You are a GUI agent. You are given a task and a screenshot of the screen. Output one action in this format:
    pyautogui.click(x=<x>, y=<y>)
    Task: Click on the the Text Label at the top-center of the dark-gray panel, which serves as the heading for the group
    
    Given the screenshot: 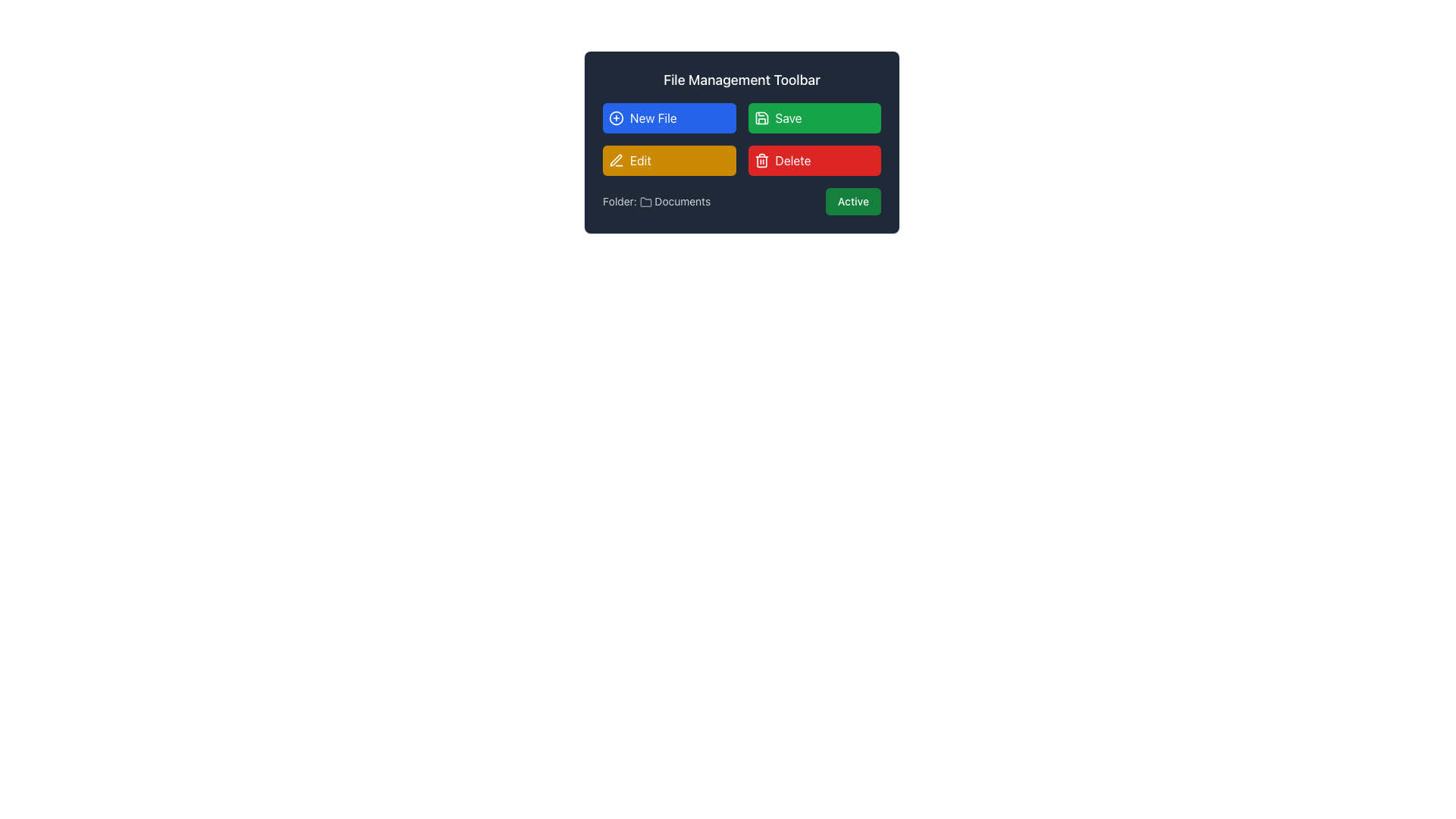 What is the action you would take?
    pyautogui.click(x=742, y=80)
    